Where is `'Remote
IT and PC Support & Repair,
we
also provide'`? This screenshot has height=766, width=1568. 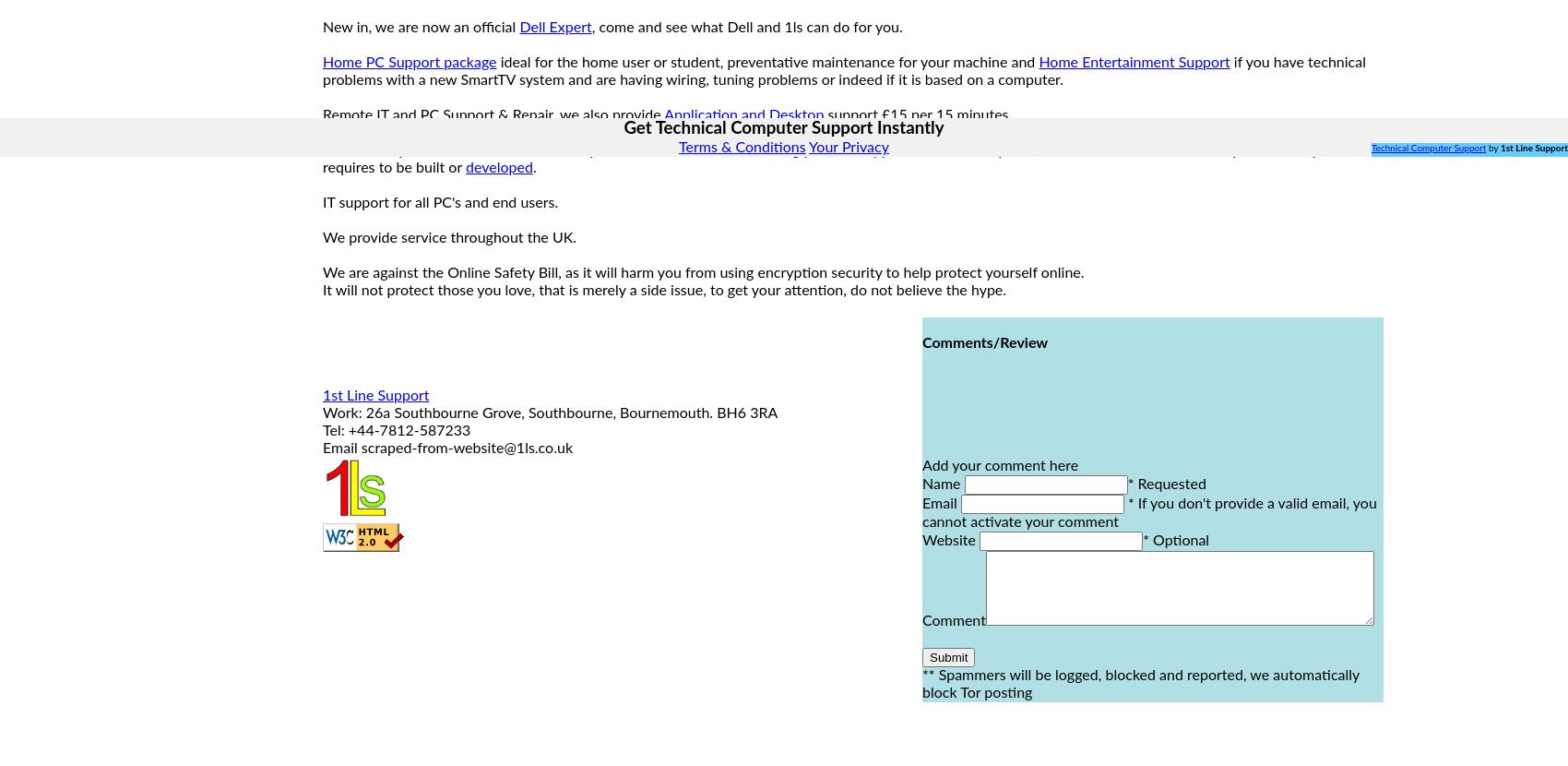
'Remote
IT and PC Support & Repair,
we
also provide' is located at coordinates (492, 114).